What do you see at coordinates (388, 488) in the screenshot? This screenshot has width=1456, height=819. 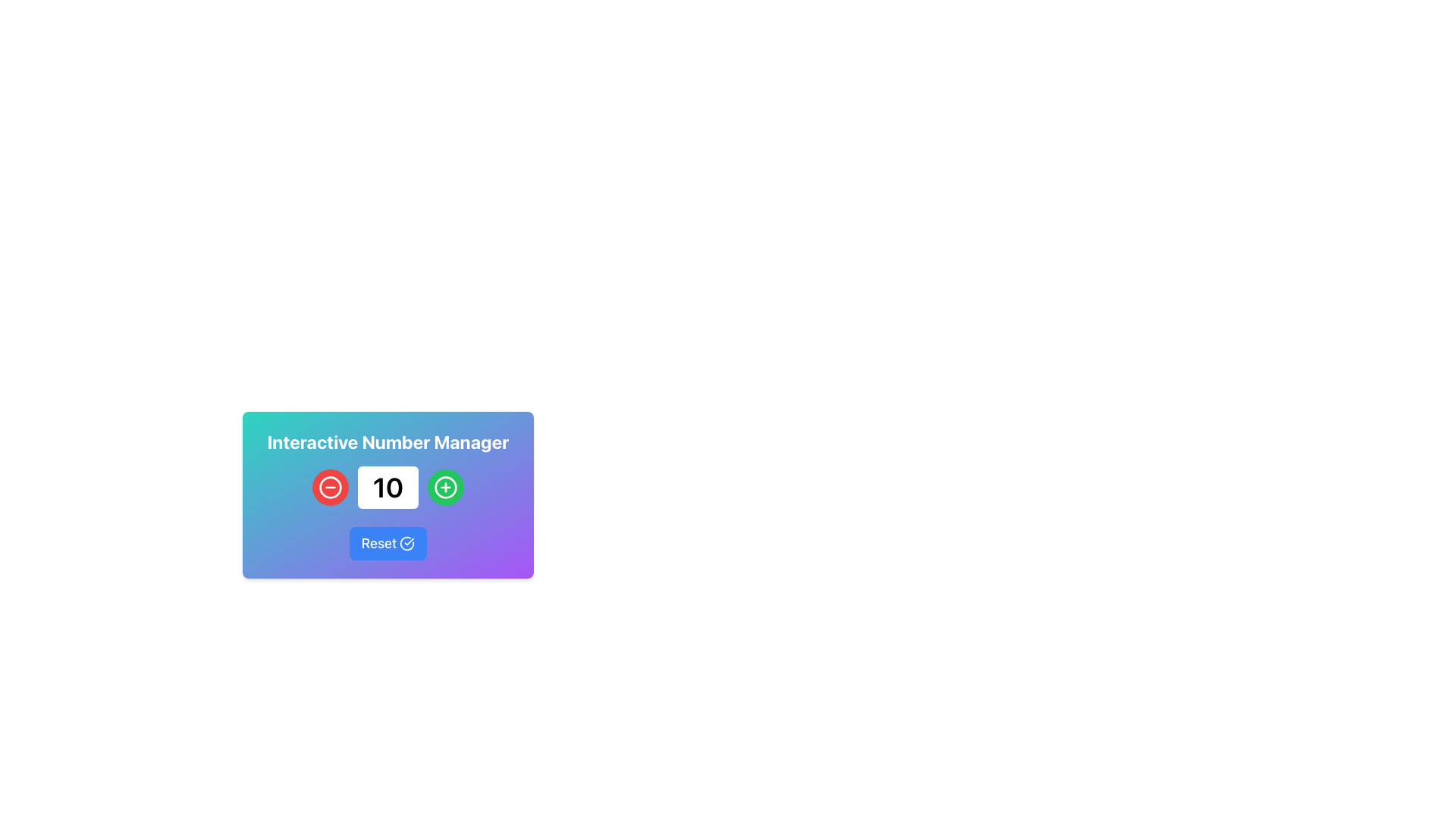 I see `text displayed in the Text Display UI component showing the number '10', which is centered within the 'Interactive Number Manager' section` at bounding box center [388, 488].